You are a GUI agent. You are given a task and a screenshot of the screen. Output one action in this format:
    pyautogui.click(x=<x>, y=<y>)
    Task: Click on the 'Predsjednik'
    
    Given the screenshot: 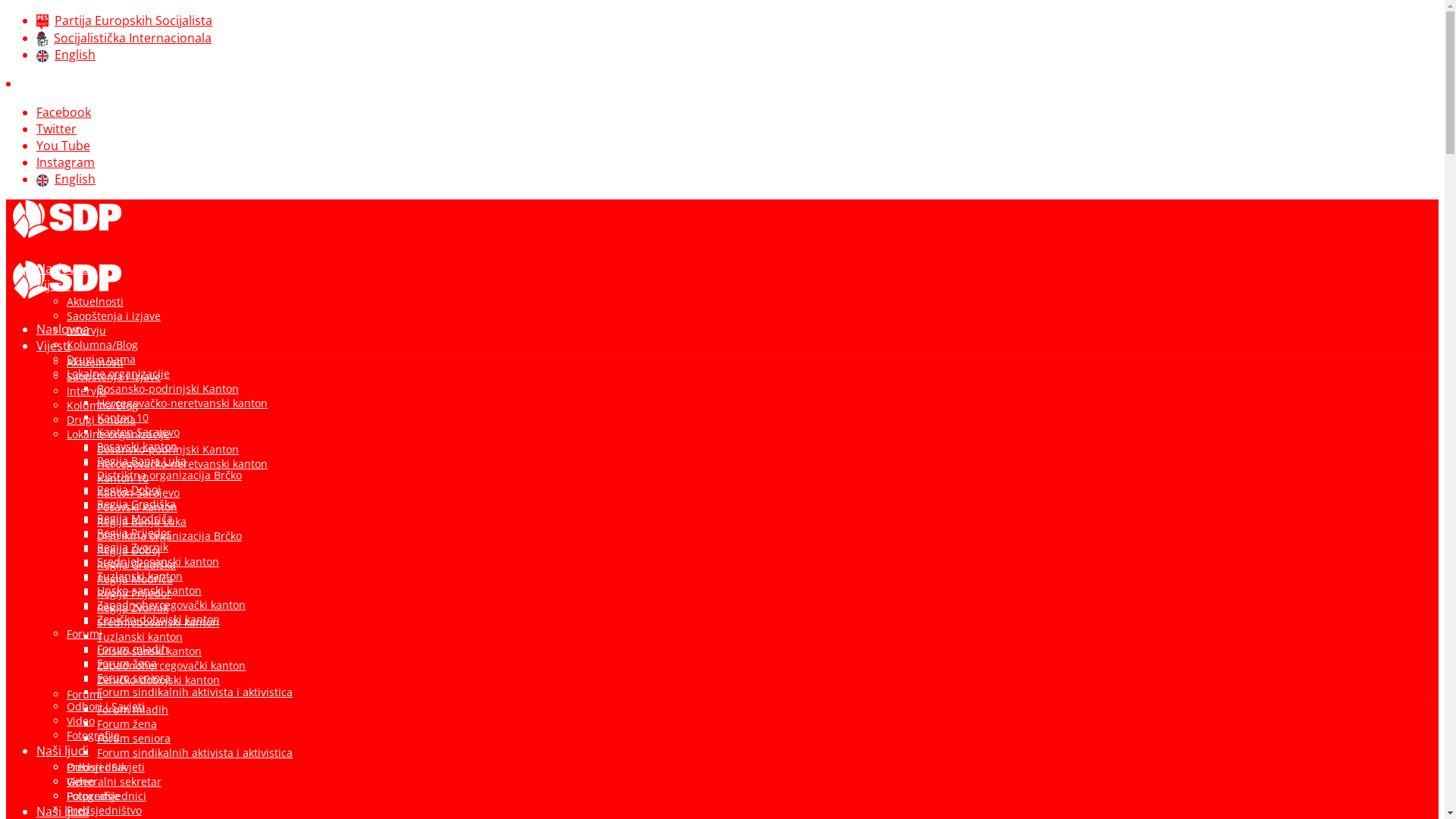 What is the action you would take?
    pyautogui.click(x=96, y=767)
    